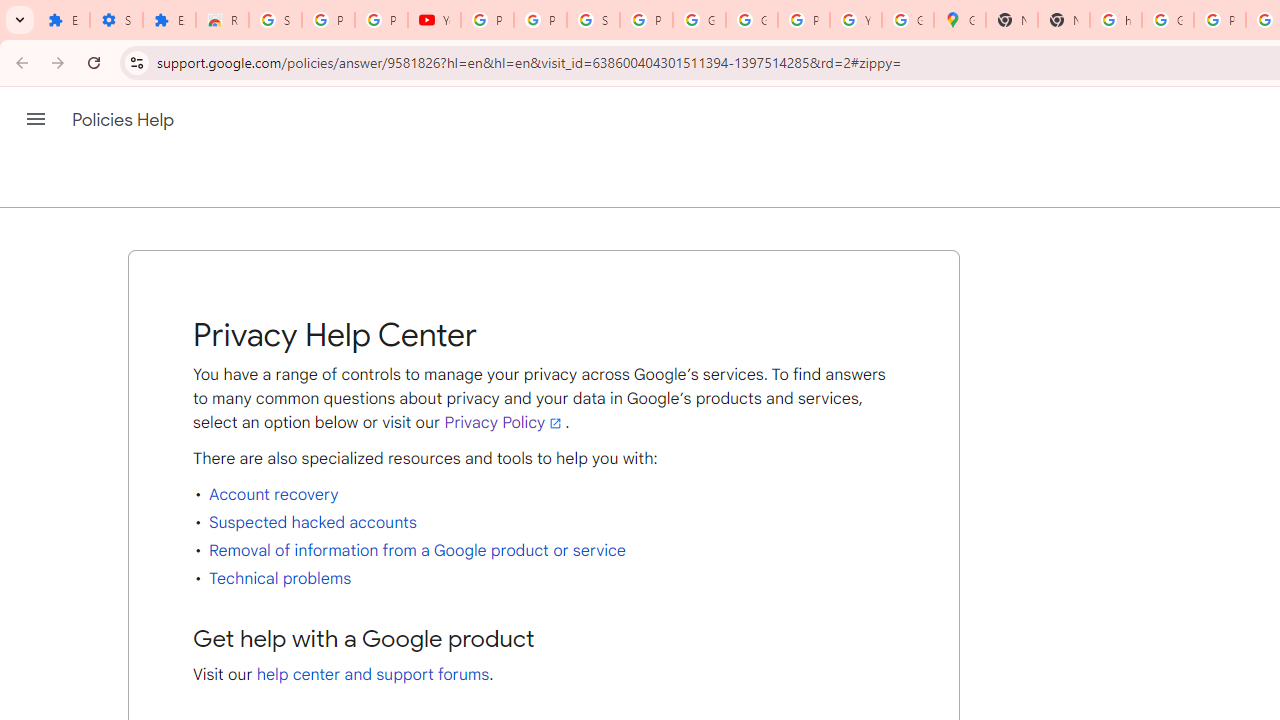 This screenshot has width=1280, height=720. I want to click on 'Extensions', so click(63, 20).